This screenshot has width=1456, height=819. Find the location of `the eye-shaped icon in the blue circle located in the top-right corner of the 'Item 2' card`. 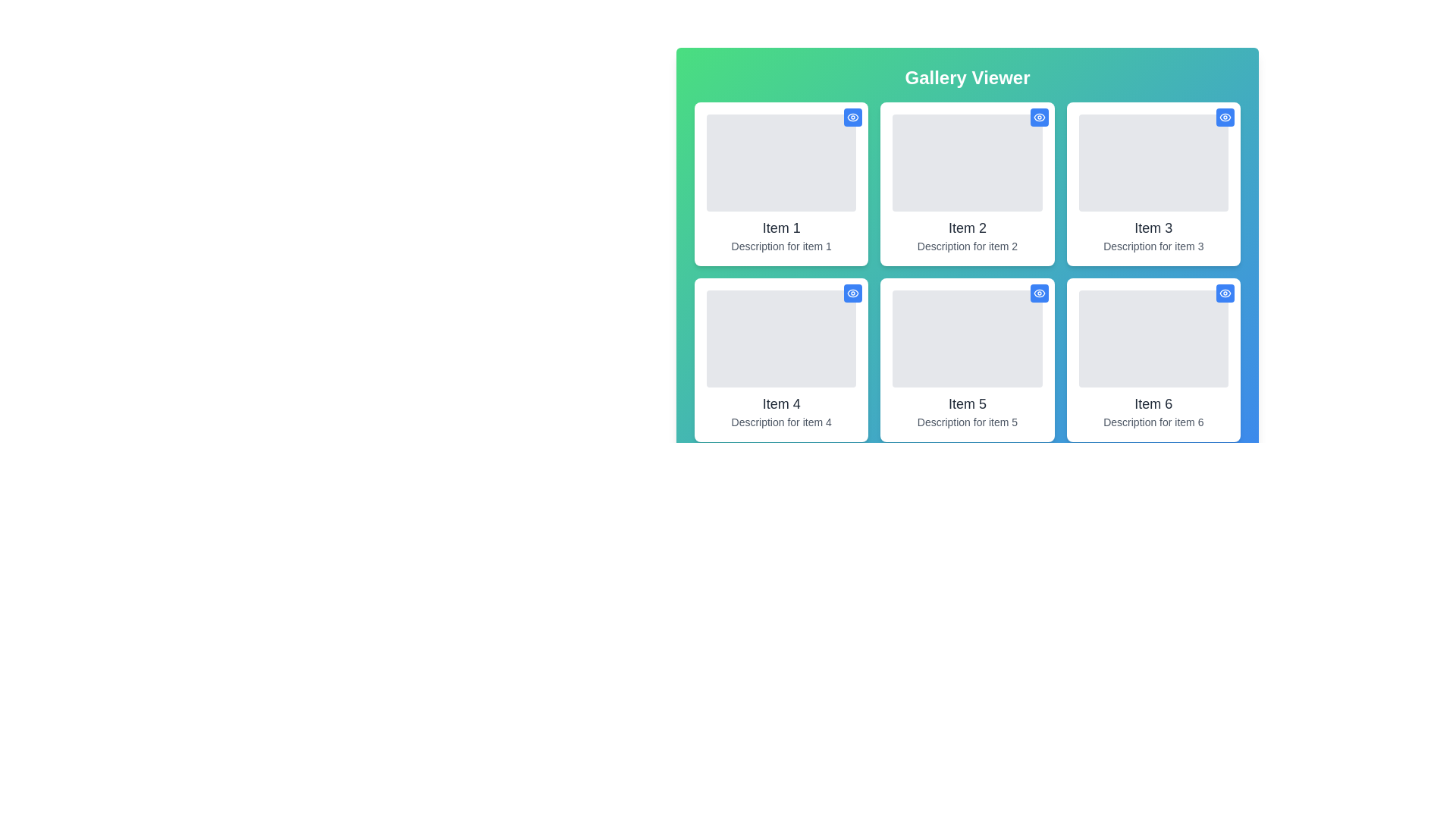

the eye-shaped icon in the blue circle located in the top-right corner of the 'Item 2' card is located at coordinates (1038, 116).